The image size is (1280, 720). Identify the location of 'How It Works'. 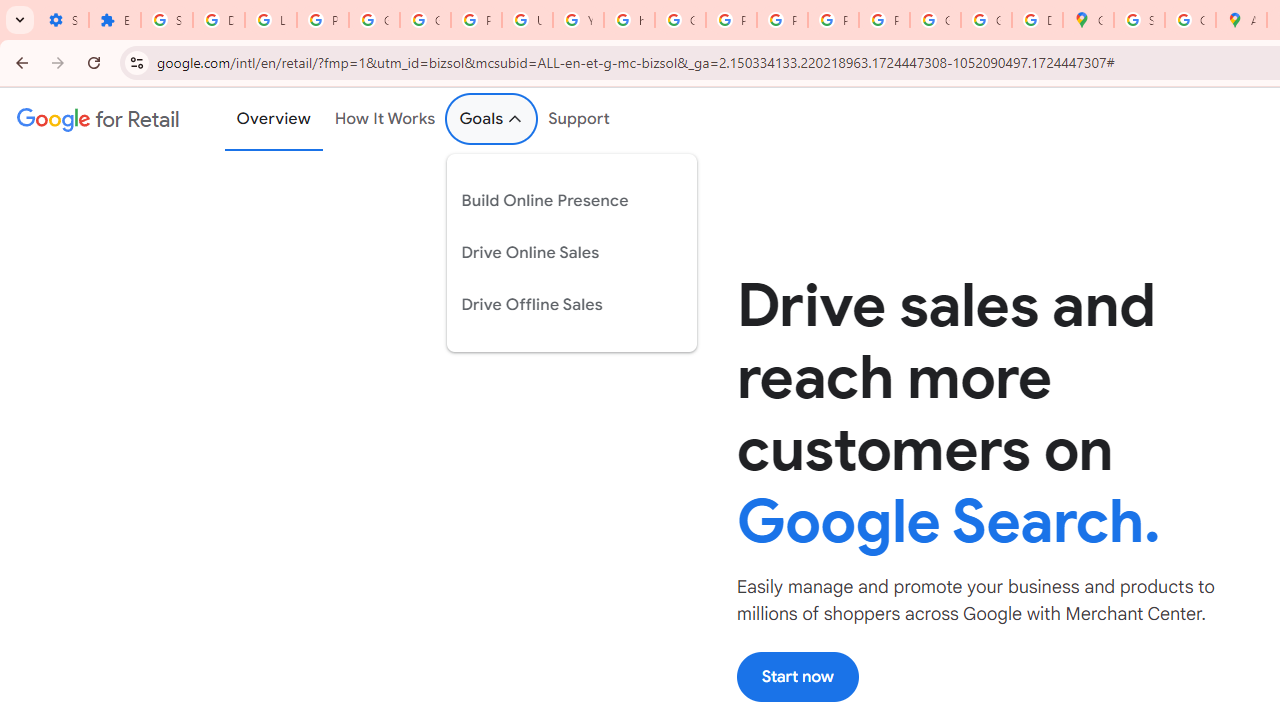
(385, 119).